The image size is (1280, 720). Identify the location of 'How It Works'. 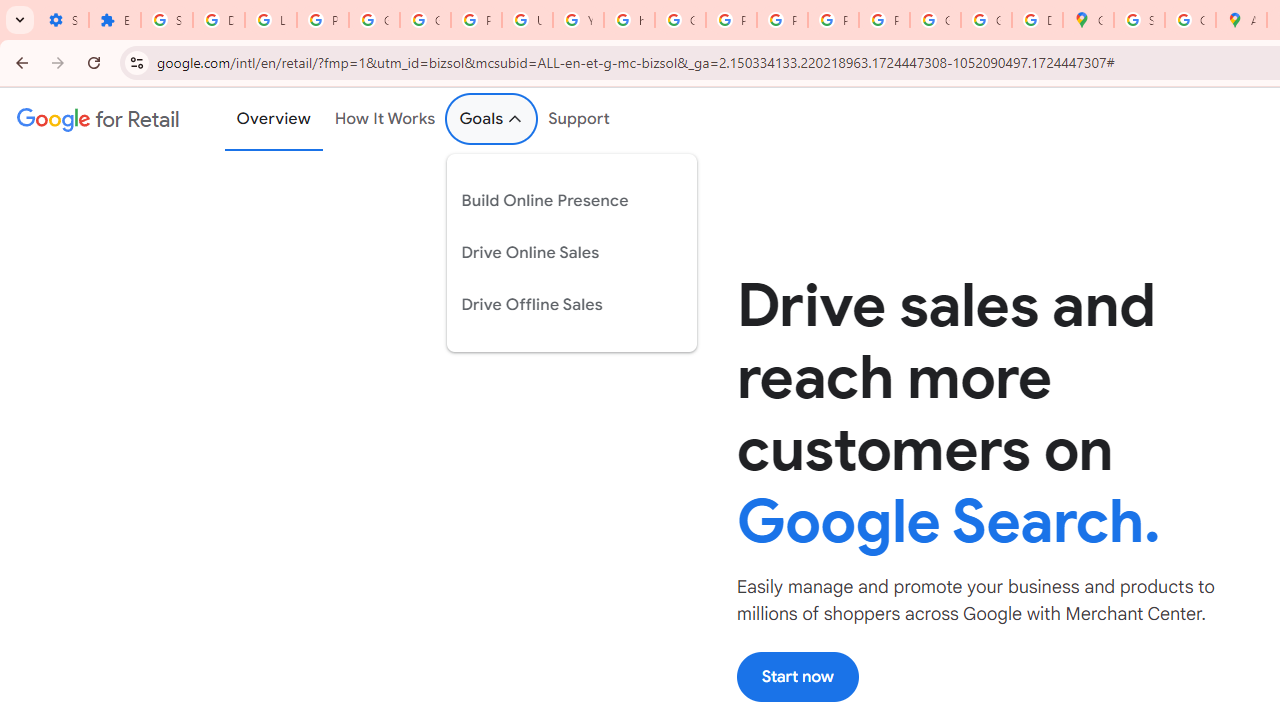
(385, 119).